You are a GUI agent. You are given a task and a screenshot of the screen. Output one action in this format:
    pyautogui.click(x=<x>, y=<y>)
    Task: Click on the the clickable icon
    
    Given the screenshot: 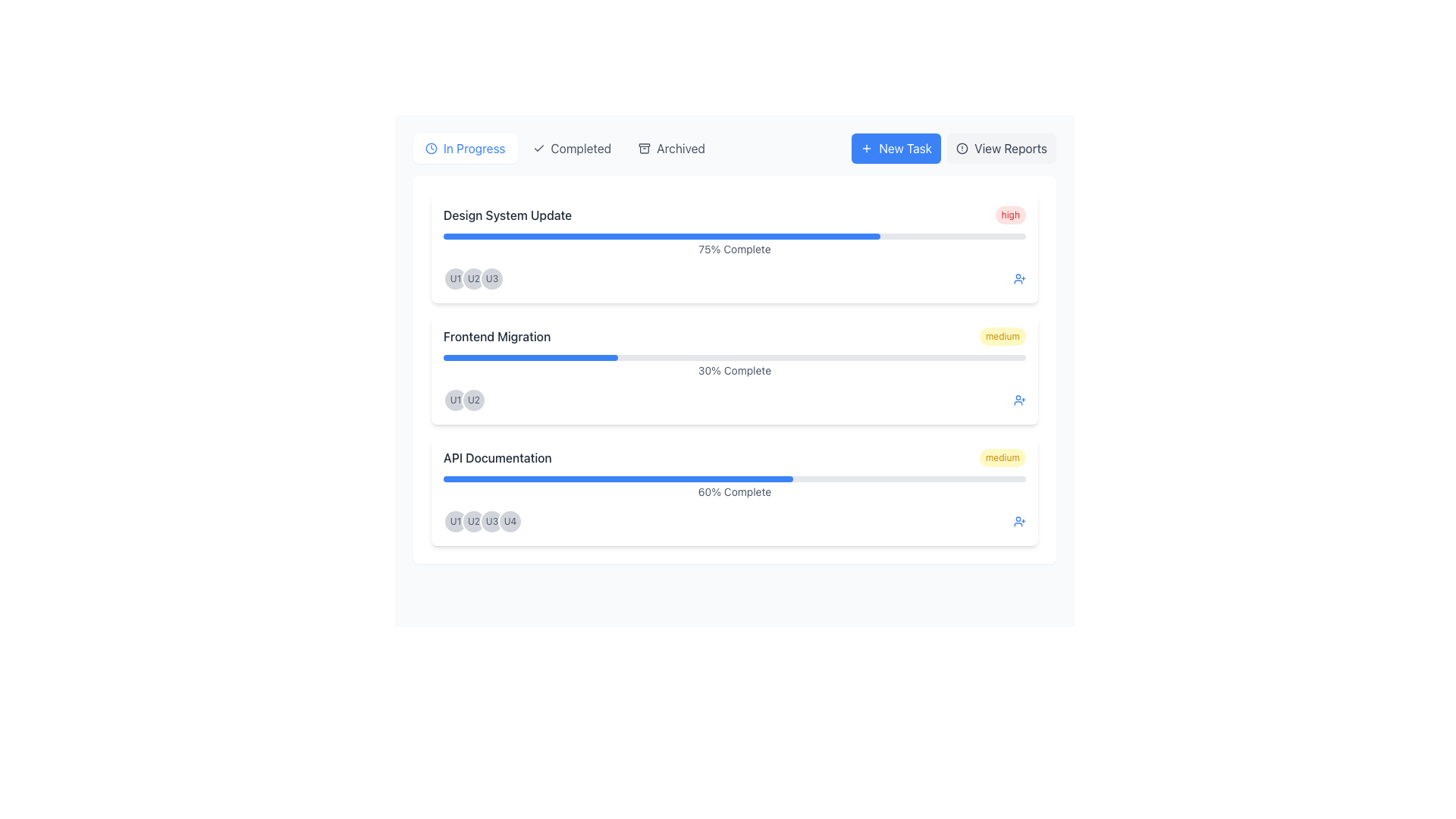 What is the action you would take?
    pyautogui.click(x=1019, y=278)
    